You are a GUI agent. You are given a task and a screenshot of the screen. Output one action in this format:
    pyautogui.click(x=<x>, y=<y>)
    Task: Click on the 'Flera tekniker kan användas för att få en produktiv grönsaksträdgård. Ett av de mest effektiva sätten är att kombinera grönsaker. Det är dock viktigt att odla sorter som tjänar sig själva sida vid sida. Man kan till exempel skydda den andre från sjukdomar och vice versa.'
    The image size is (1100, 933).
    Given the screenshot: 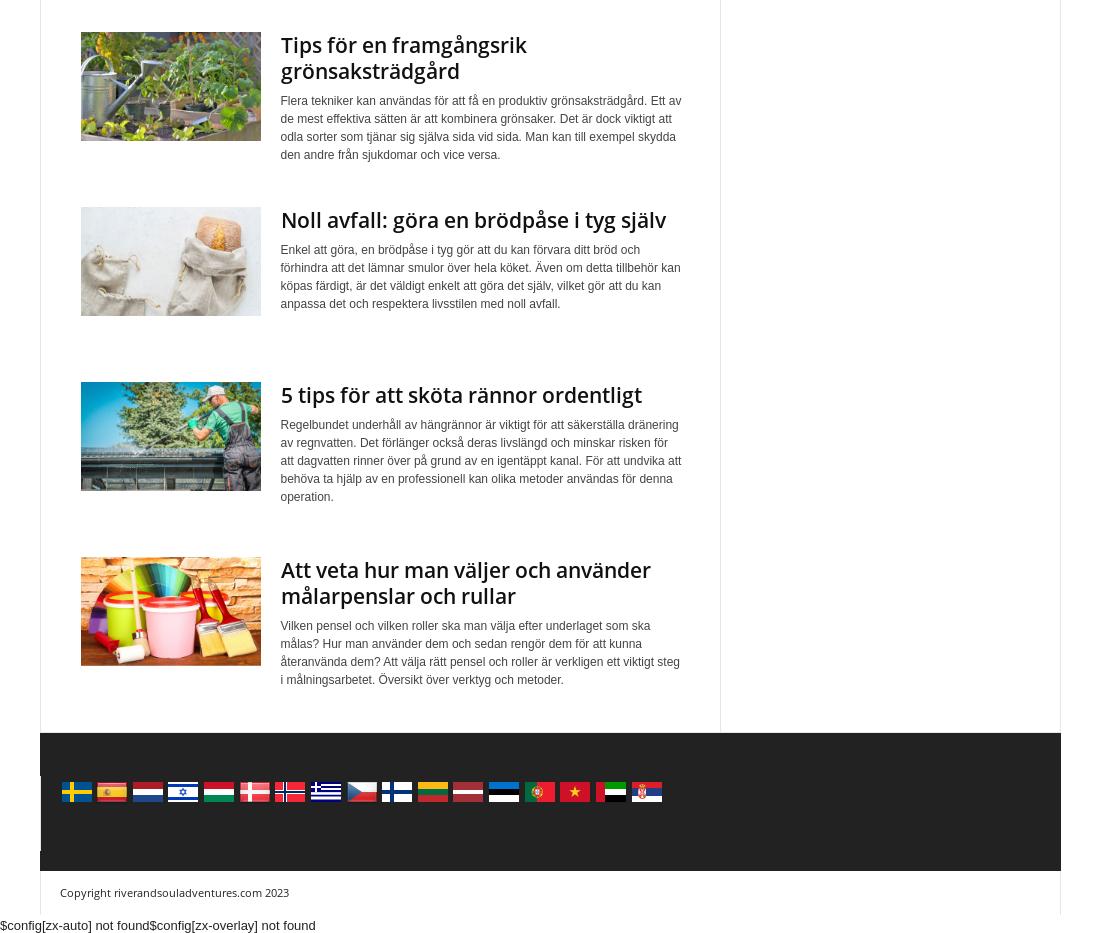 What is the action you would take?
    pyautogui.click(x=278, y=127)
    